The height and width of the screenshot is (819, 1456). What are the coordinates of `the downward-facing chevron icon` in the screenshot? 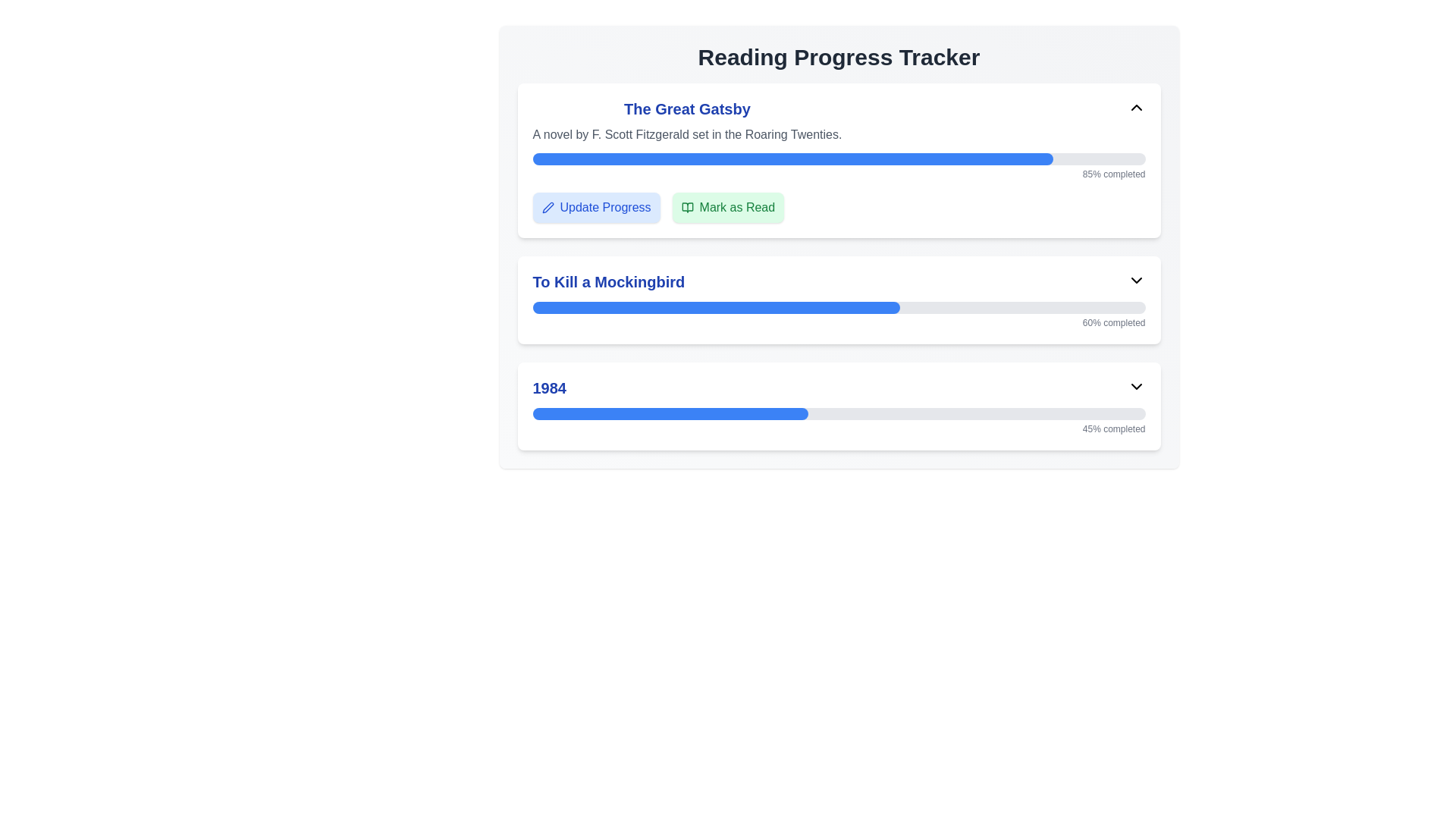 It's located at (1136, 385).